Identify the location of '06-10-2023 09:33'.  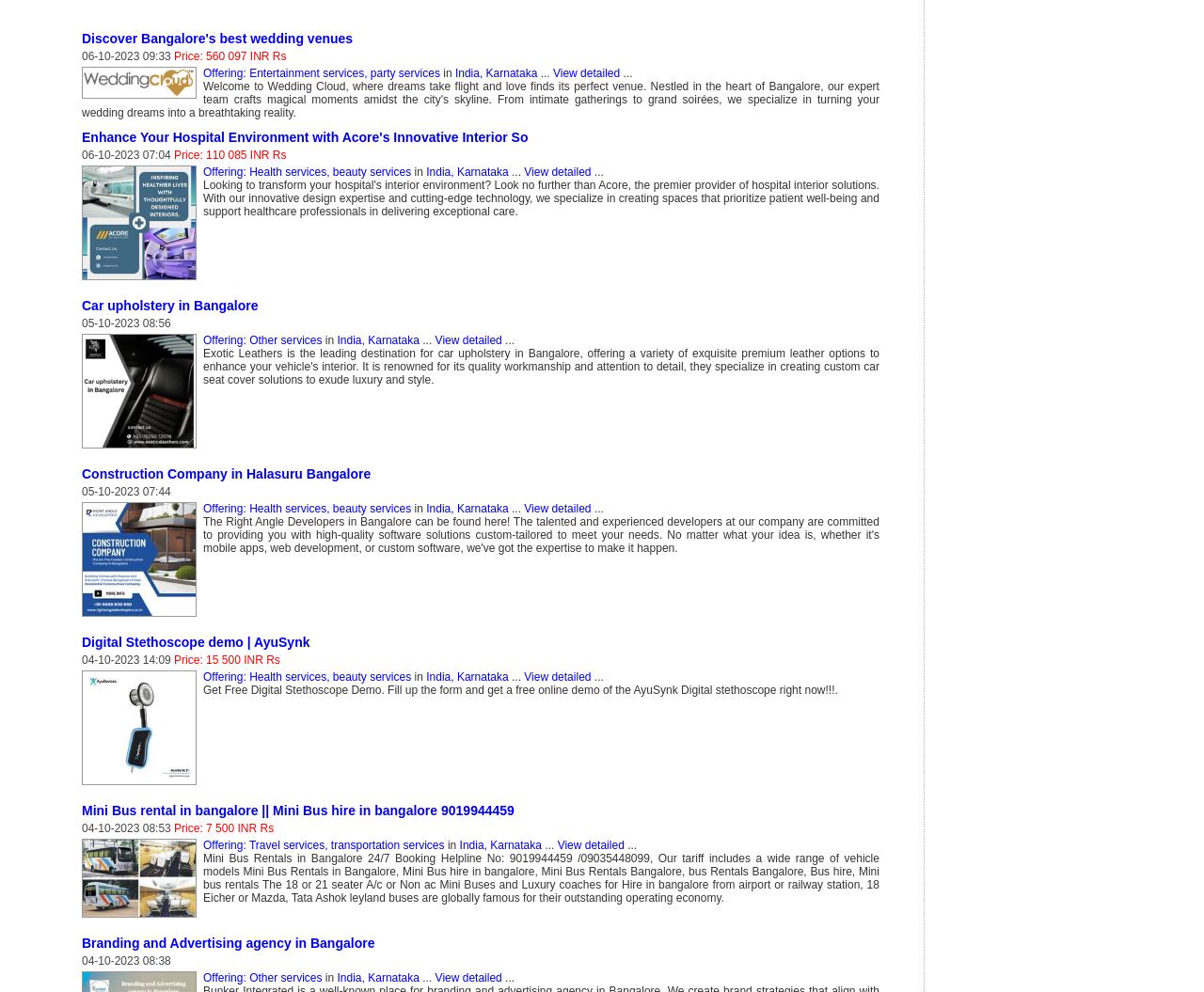
(126, 55).